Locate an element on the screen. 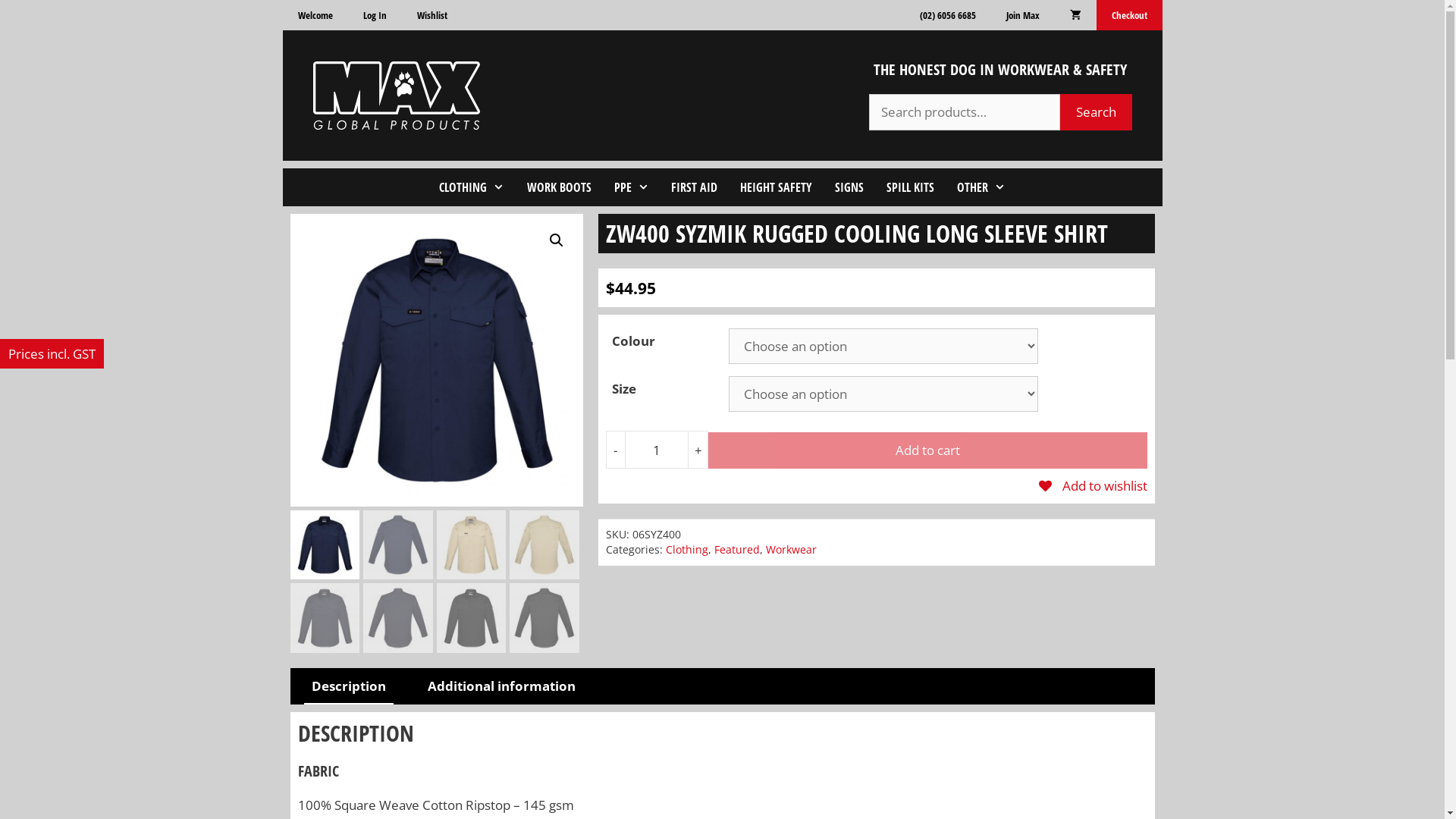  'CLOTHING' is located at coordinates (471, 186).